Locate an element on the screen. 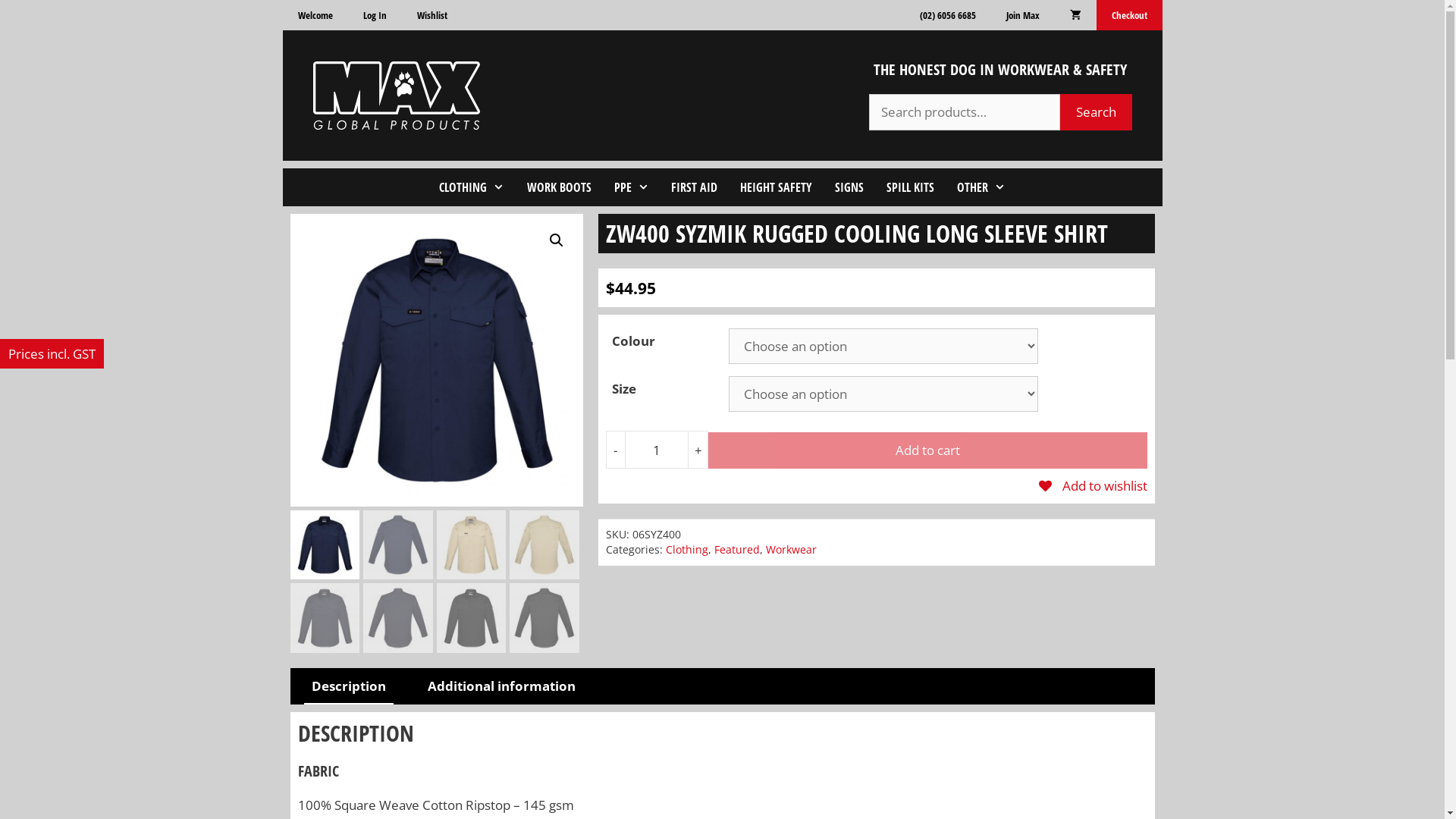  'CLOTHING' is located at coordinates (471, 186).